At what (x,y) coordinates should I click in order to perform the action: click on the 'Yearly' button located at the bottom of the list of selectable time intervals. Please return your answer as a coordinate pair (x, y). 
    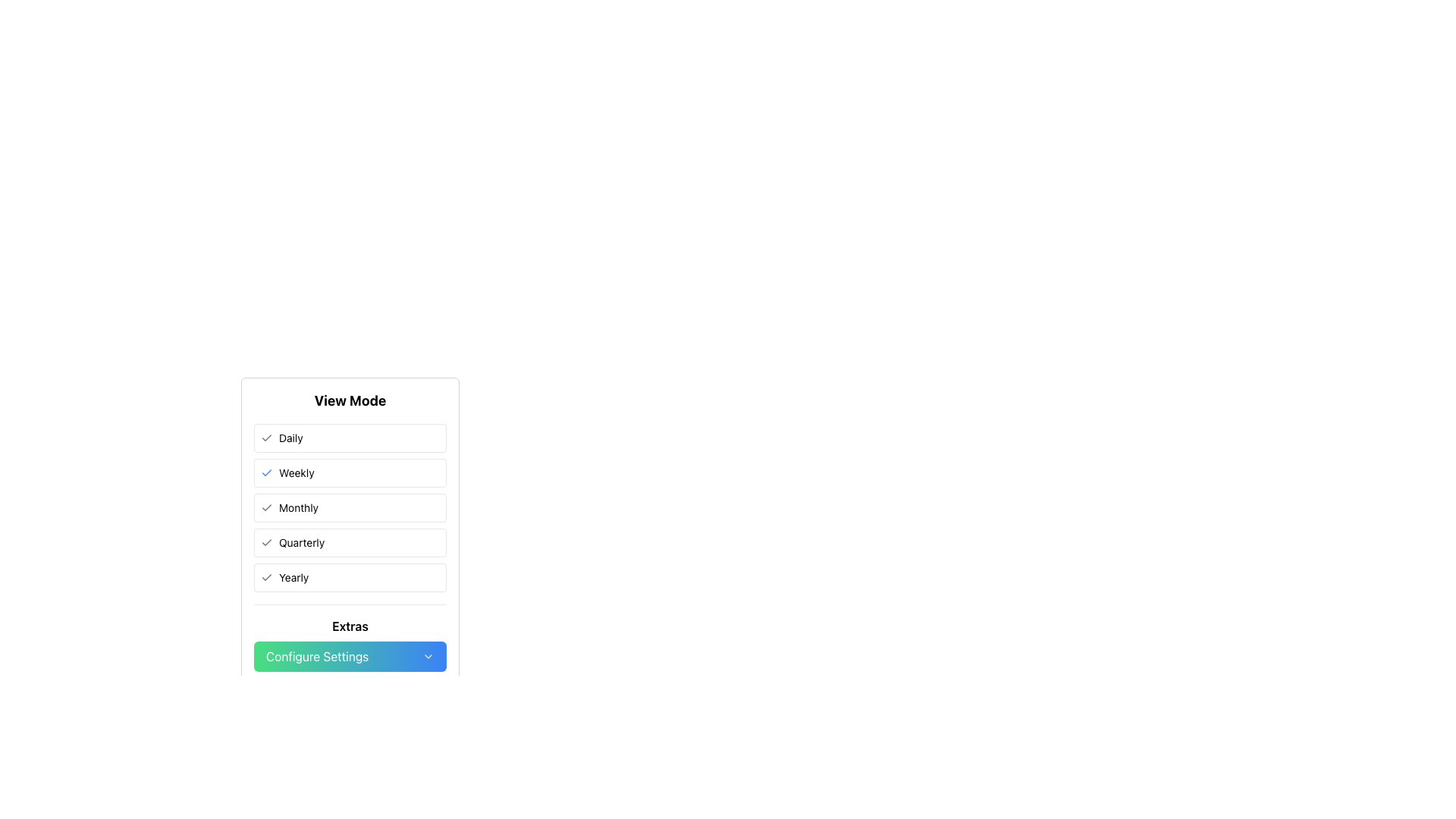
    Looking at the image, I should click on (349, 578).